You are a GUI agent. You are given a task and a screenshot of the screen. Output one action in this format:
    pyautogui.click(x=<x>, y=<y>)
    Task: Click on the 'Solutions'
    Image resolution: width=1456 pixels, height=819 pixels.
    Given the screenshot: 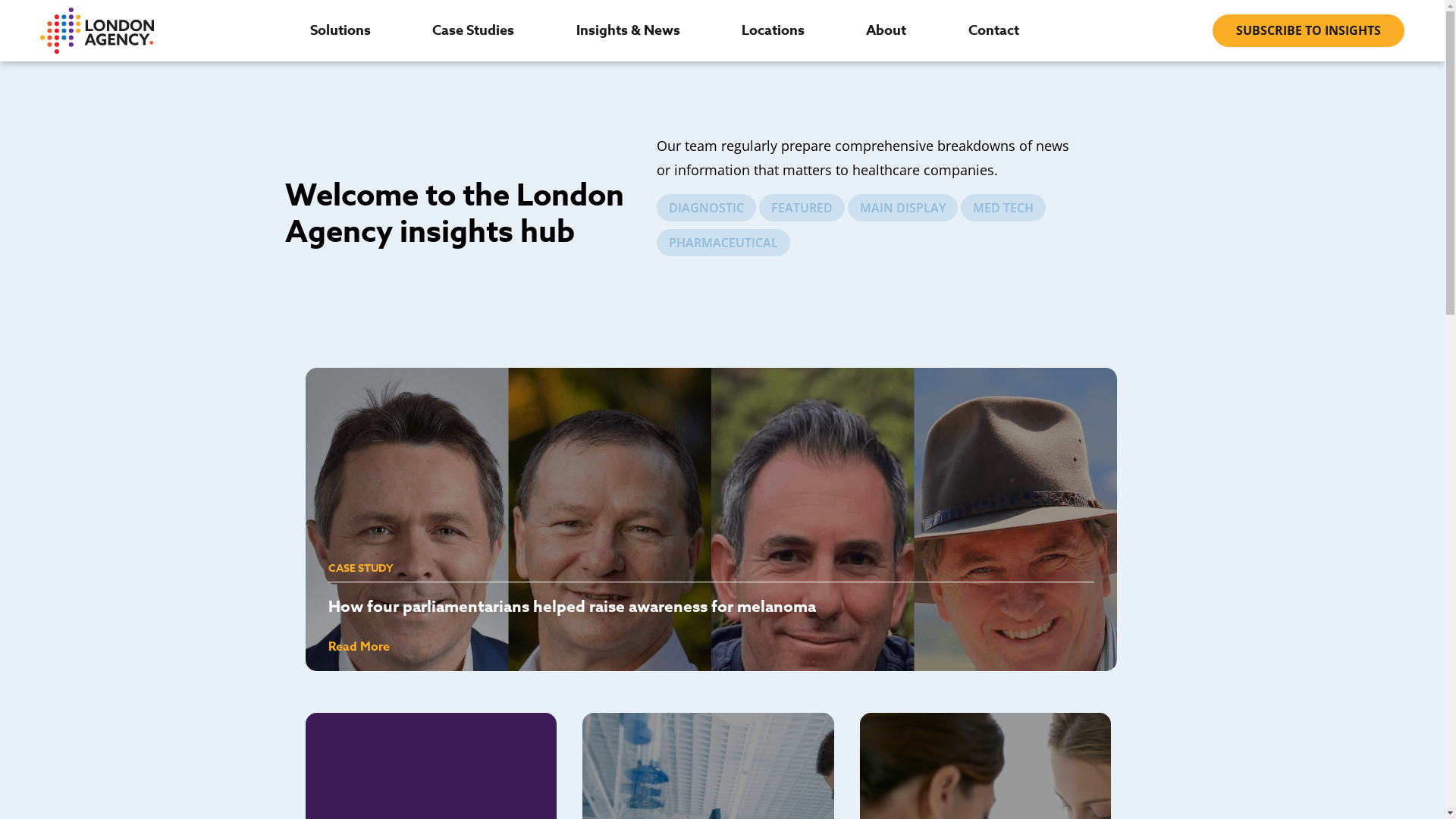 What is the action you would take?
    pyautogui.click(x=309, y=30)
    